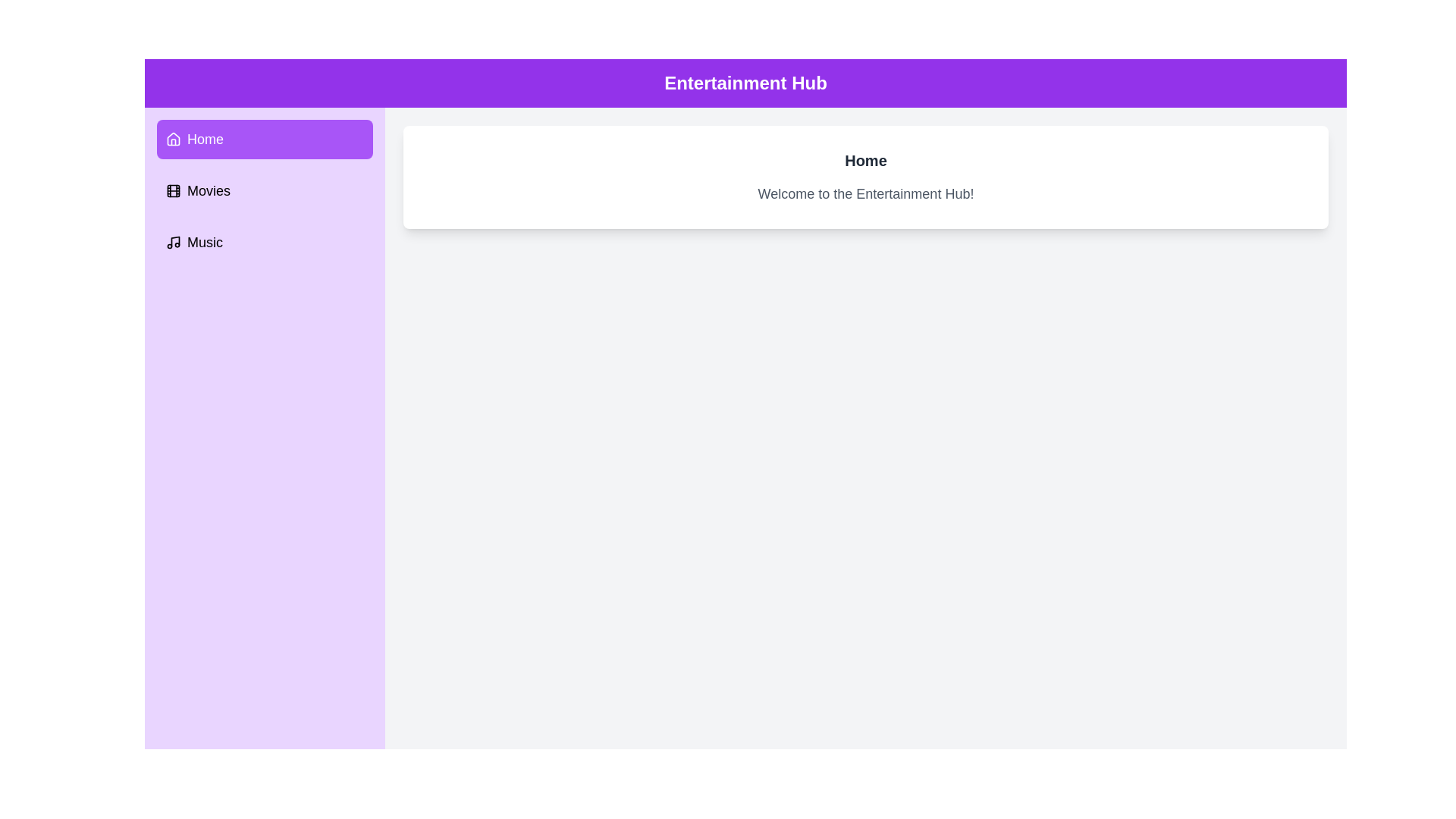  I want to click on the Music tab to switch to its content, so click(265, 242).